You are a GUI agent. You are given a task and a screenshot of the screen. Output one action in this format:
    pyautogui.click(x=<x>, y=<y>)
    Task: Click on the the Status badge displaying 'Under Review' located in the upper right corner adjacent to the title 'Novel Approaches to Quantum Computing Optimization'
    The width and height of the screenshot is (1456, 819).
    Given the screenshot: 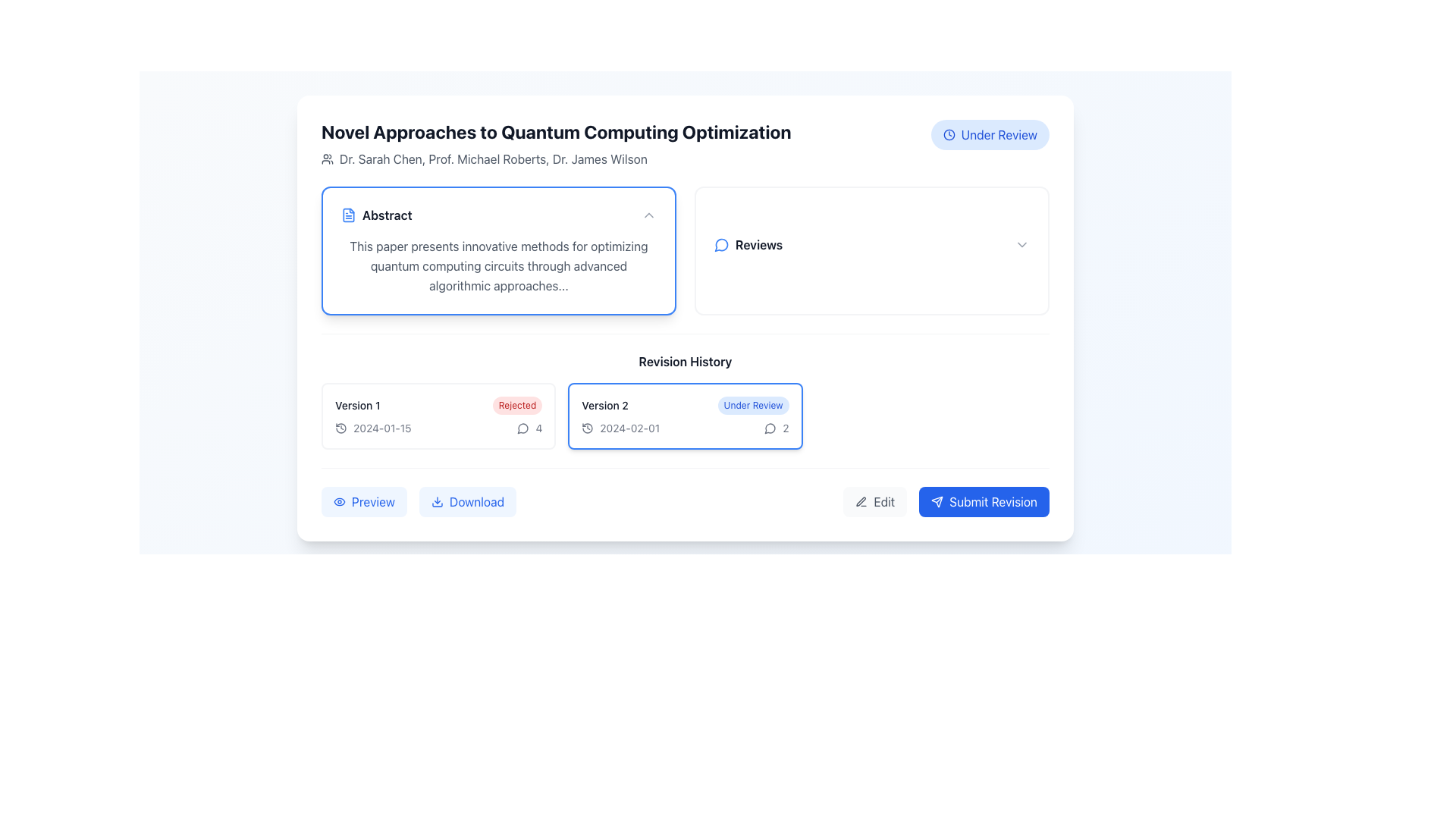 What is the action you would take?
    pyautogui.click(x=990, y=133)
    